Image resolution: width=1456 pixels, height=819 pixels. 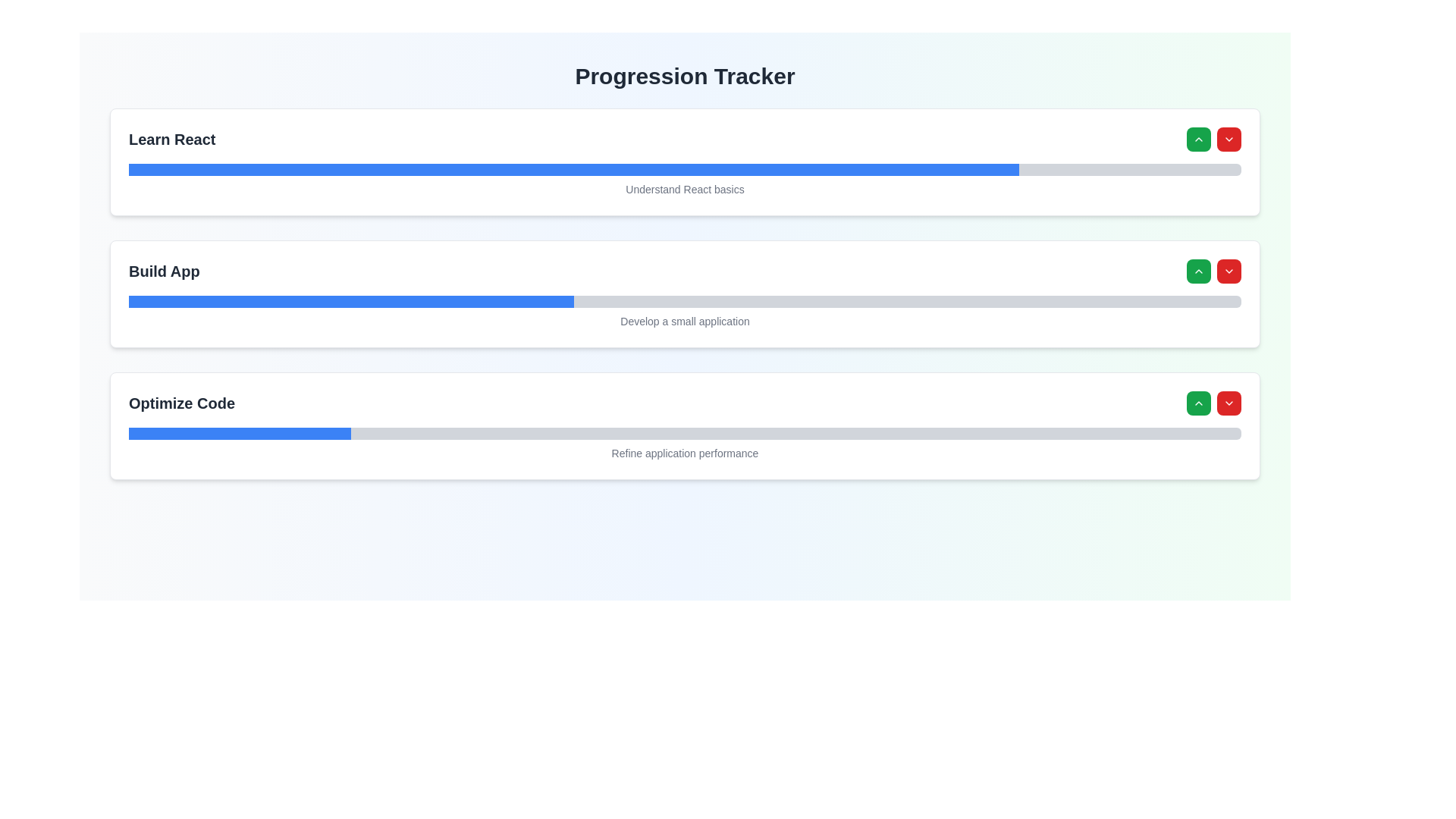 I want to click on the blue progress indicator located within the bottom progress bar under the section titled 'Optimize Code', which spans 20% of the width of the gray bar, so click(x=239, y=433).